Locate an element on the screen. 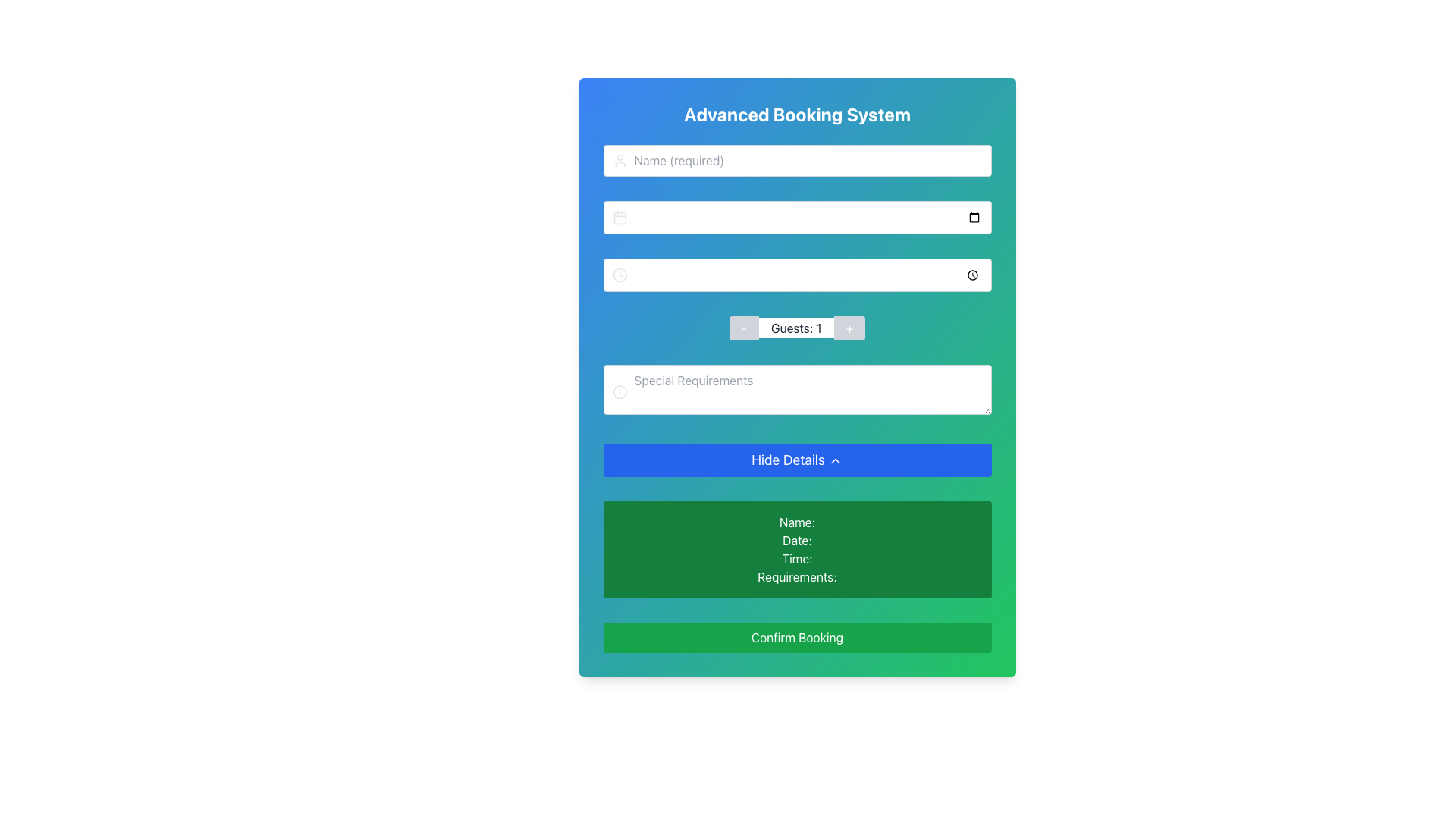  the text label that displays 'Date:' styled in white sans-serif font against a dark green background, located near the bottom of the interface between the 'Hide Details' button and the 'Confirm Booking' button is located at coordinates (796, 540).